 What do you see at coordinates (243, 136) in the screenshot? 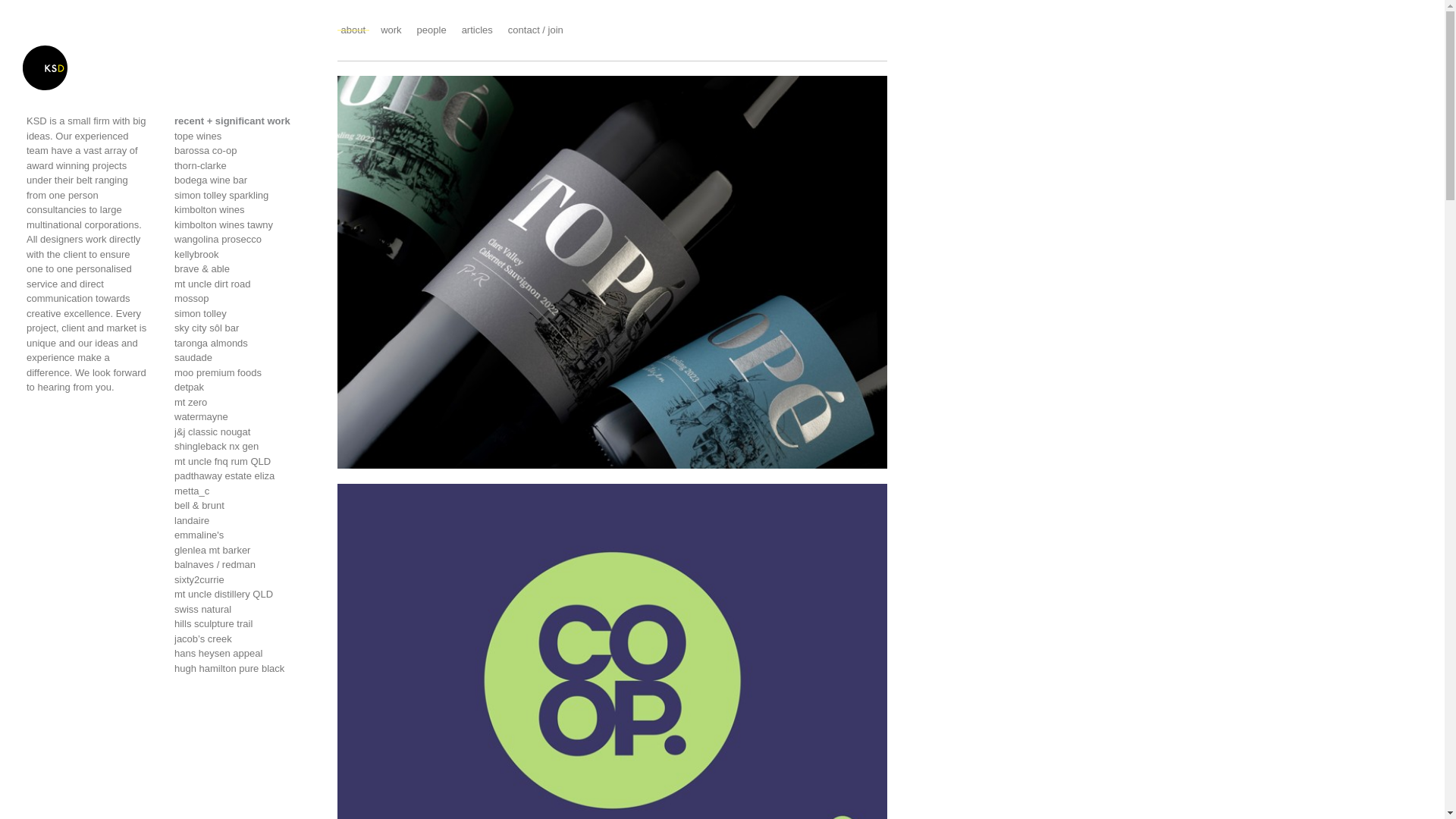
I see `'tope wines'` at bounding box center [243, 136].